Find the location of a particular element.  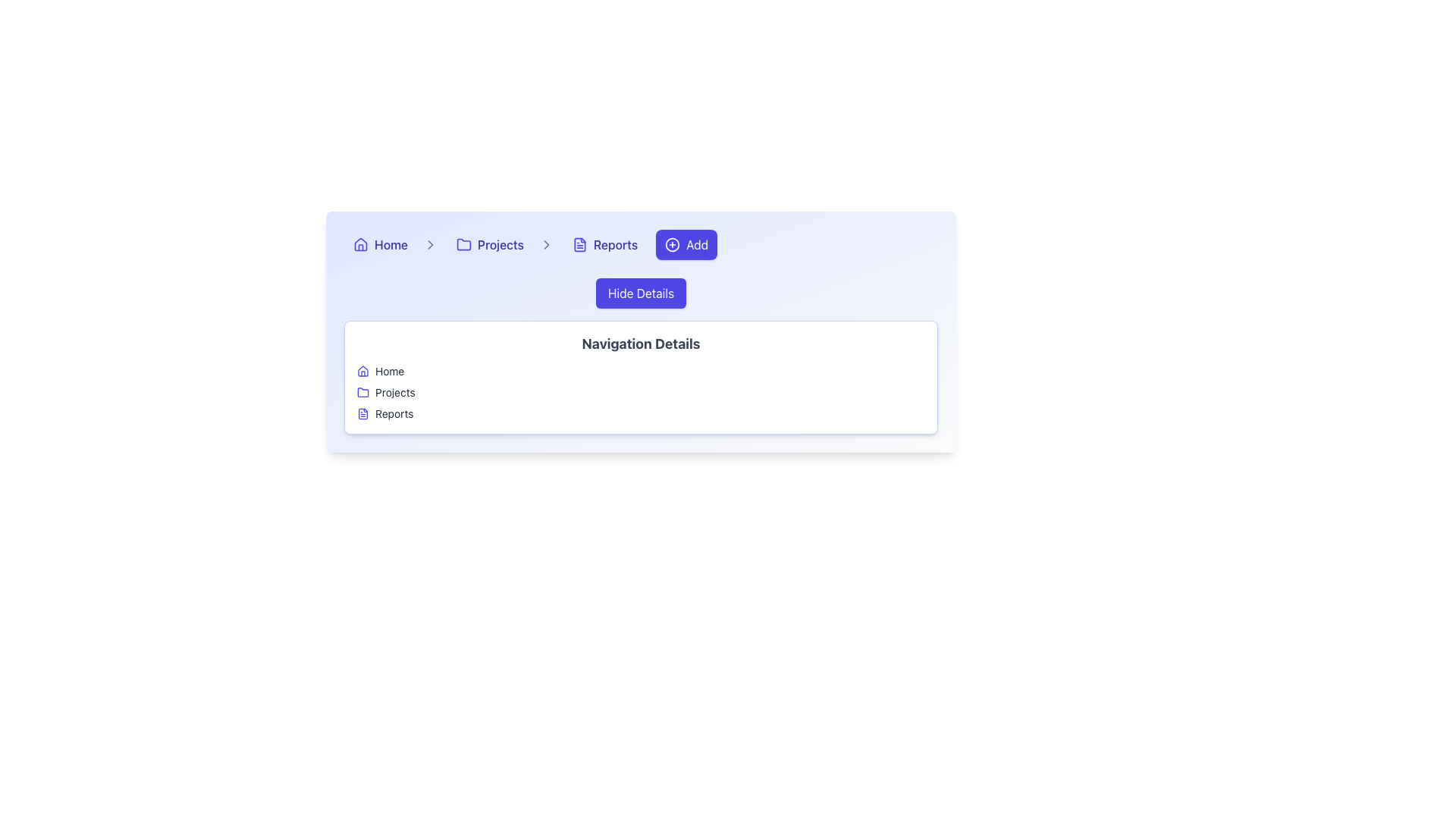

the 'Projects' text label is located at coordinates (395, 391).